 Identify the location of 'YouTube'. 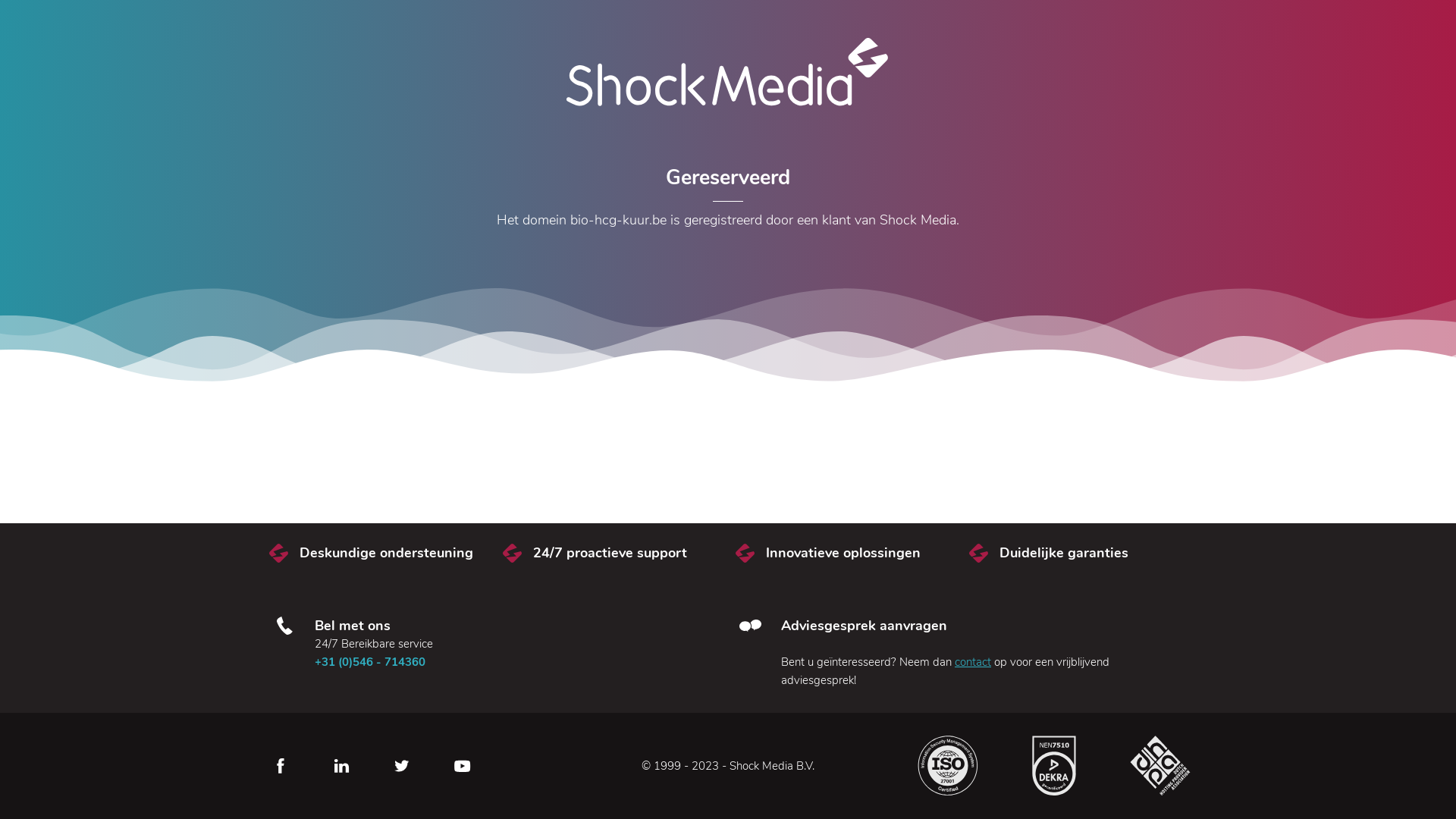
(461, 766).